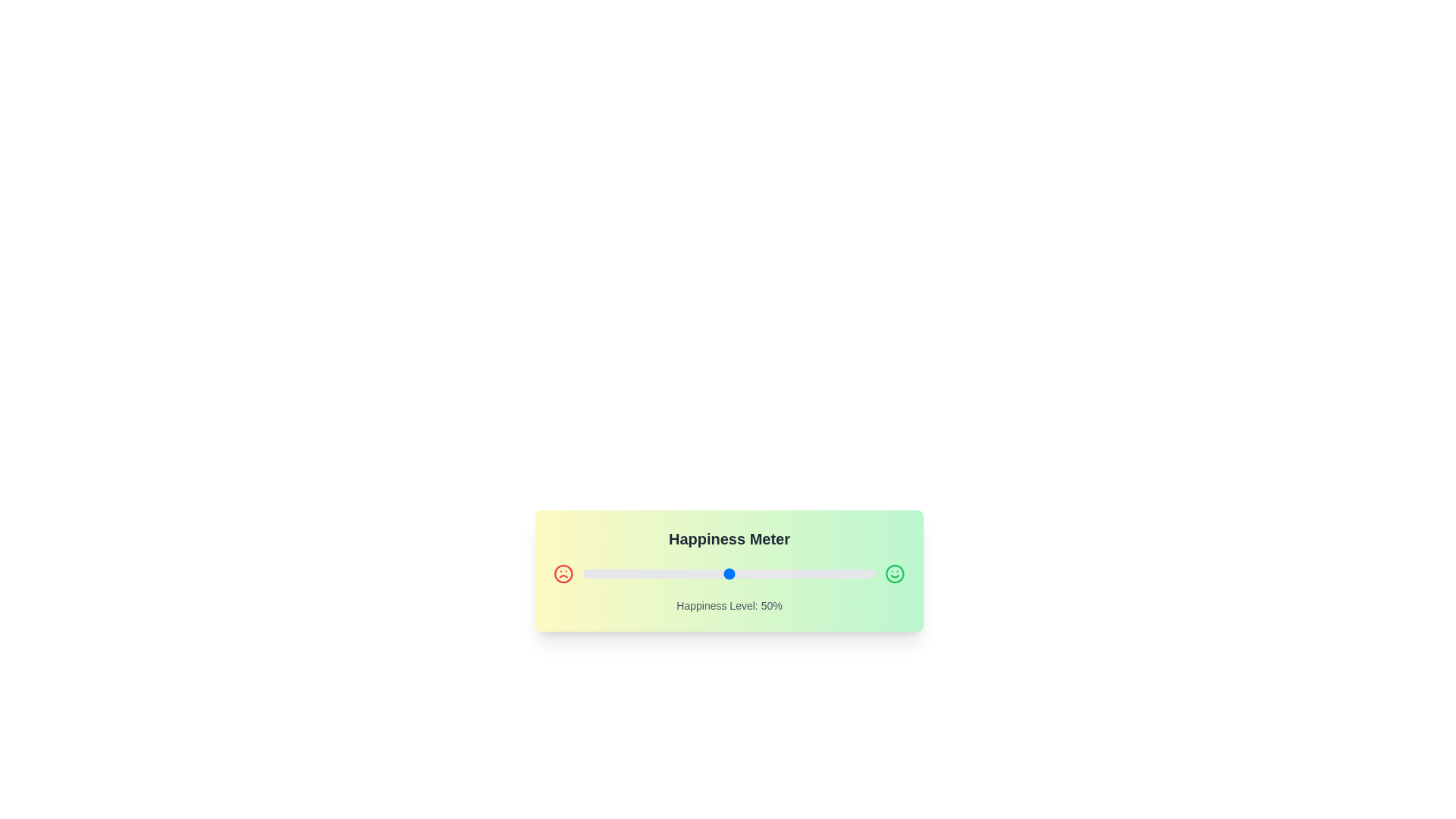  What do you see at coordinates (895, 573) in the screenshot?
I see `the smile icon to interact with it` at bounding box center [895, 573].